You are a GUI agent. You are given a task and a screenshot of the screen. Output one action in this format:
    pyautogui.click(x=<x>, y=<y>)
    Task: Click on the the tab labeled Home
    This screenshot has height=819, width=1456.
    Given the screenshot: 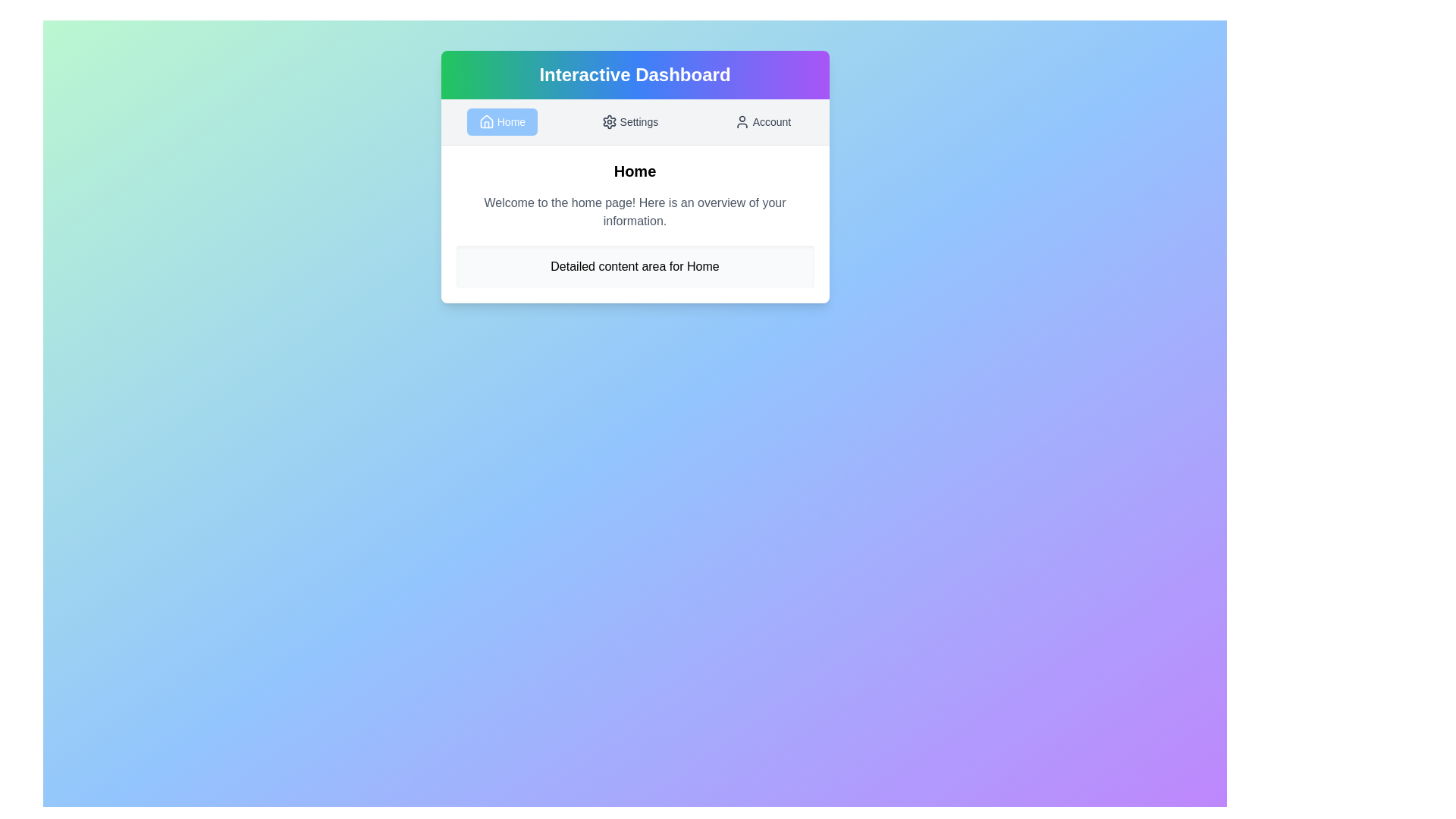 What is the action you would take?
    pyautogui.click(x=502, y=121)
    